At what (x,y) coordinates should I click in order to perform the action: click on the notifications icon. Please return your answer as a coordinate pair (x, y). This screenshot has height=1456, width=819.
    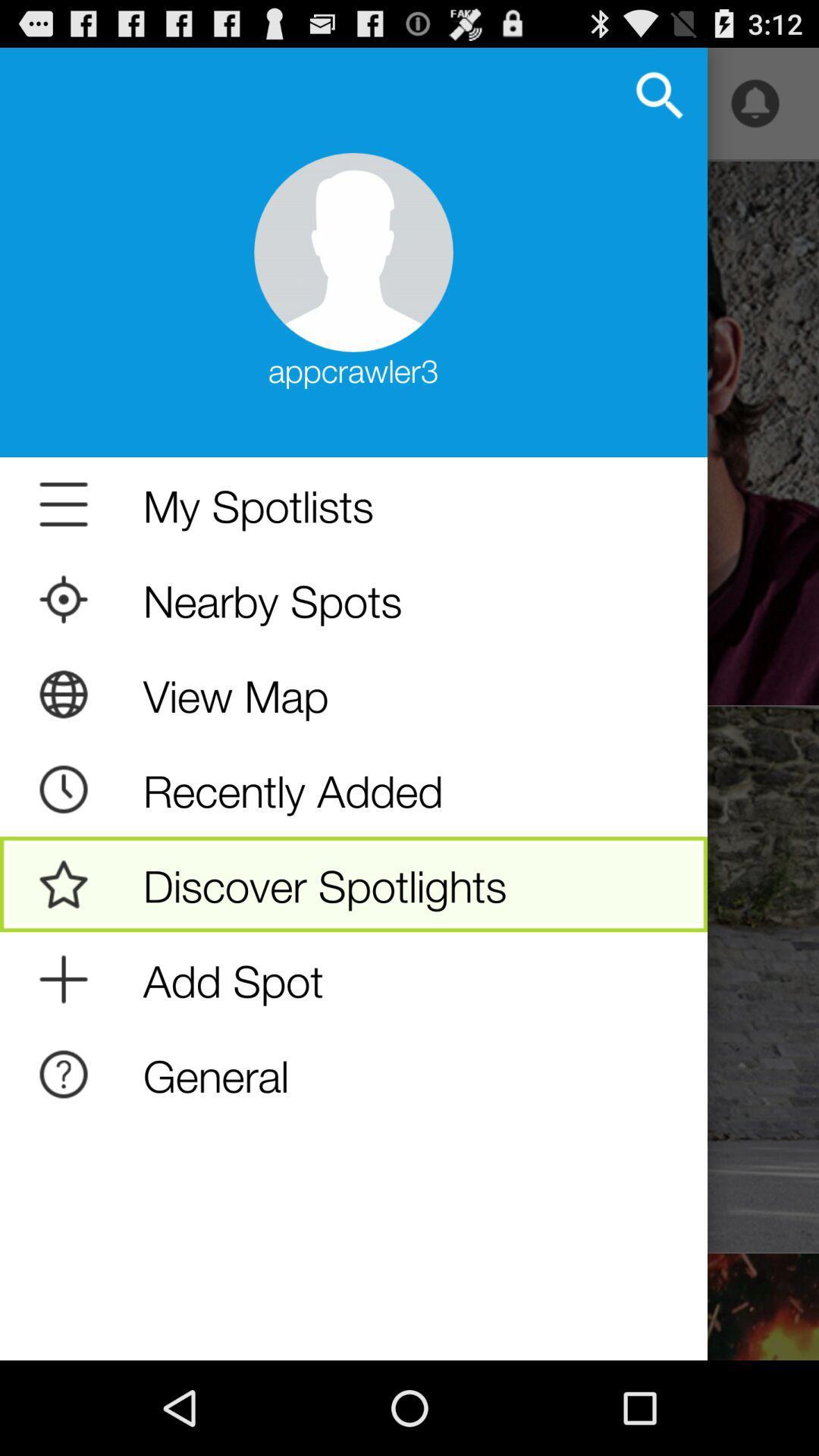
    Looking at the image, I should click on (755, 110).